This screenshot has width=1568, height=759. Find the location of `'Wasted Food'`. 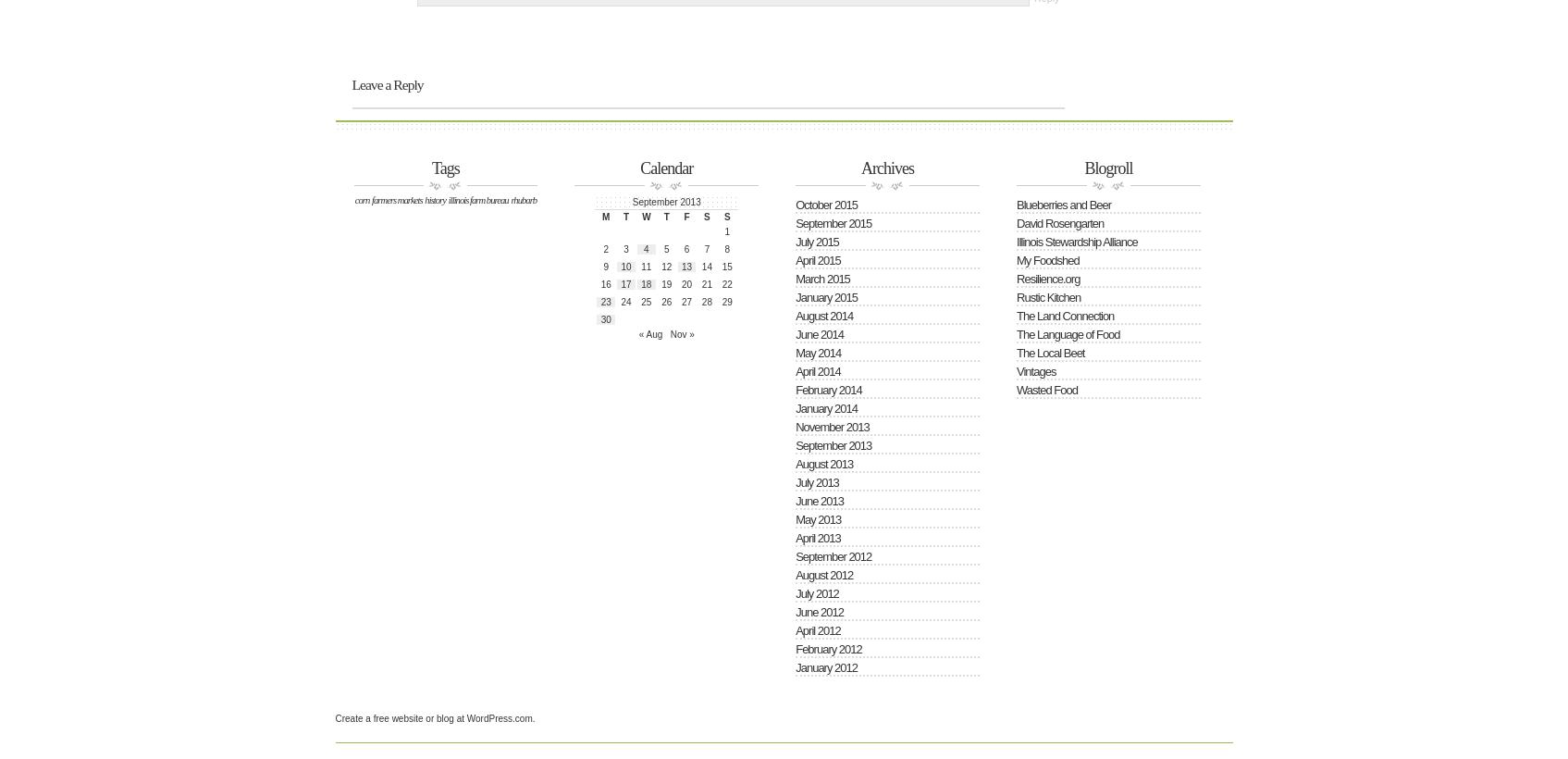

'Wasted Food' is located at coordinates (1045, 388).